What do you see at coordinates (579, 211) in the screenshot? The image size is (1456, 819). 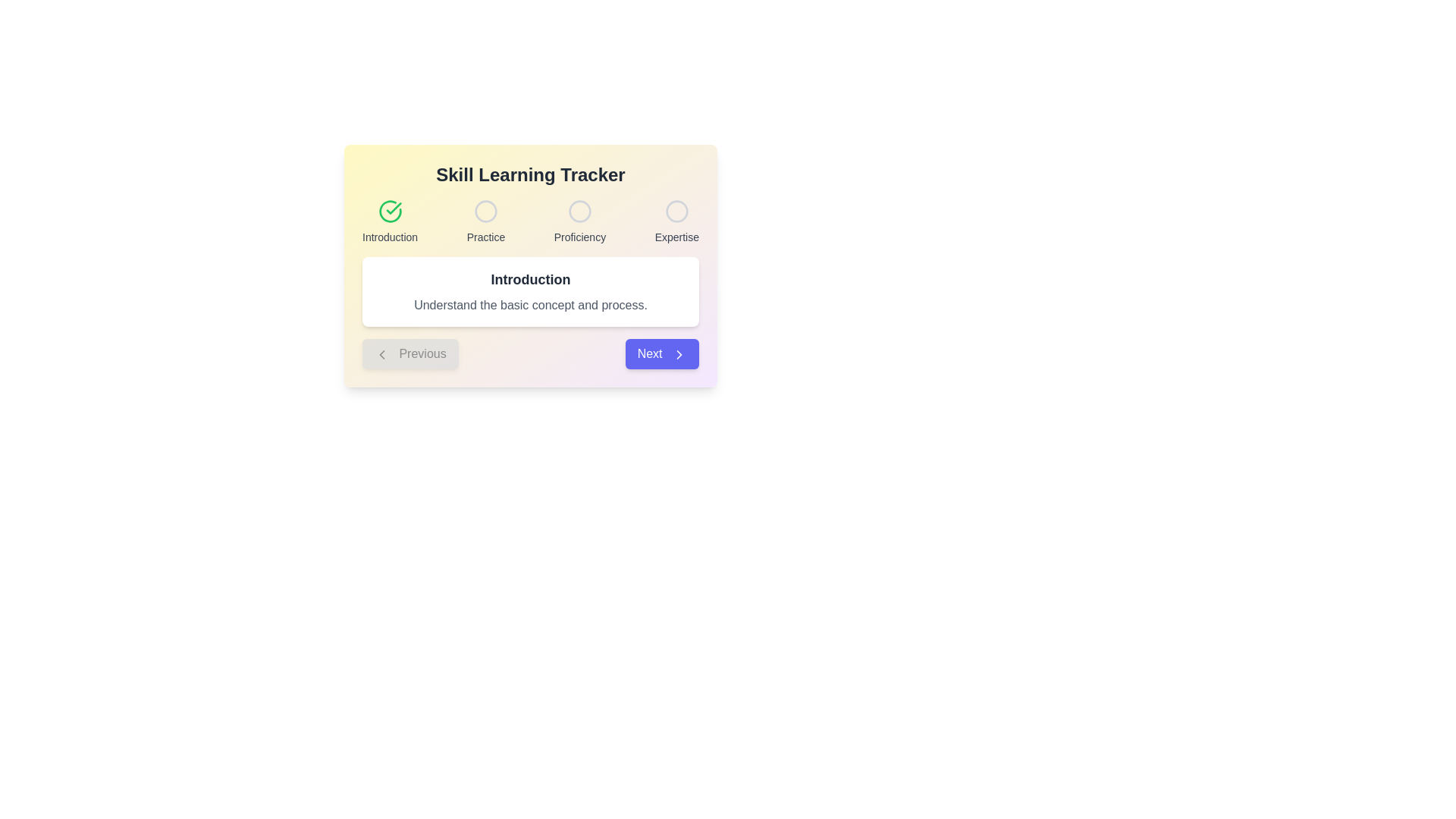 I see `the Proficiency stage progress indicator in the skill tracker interface, which is the third circular indicator in sequence under the titles 'Introduction', 'Practice', 'Proficiency', and 'Expertise'` at bounding box center [579, 211].